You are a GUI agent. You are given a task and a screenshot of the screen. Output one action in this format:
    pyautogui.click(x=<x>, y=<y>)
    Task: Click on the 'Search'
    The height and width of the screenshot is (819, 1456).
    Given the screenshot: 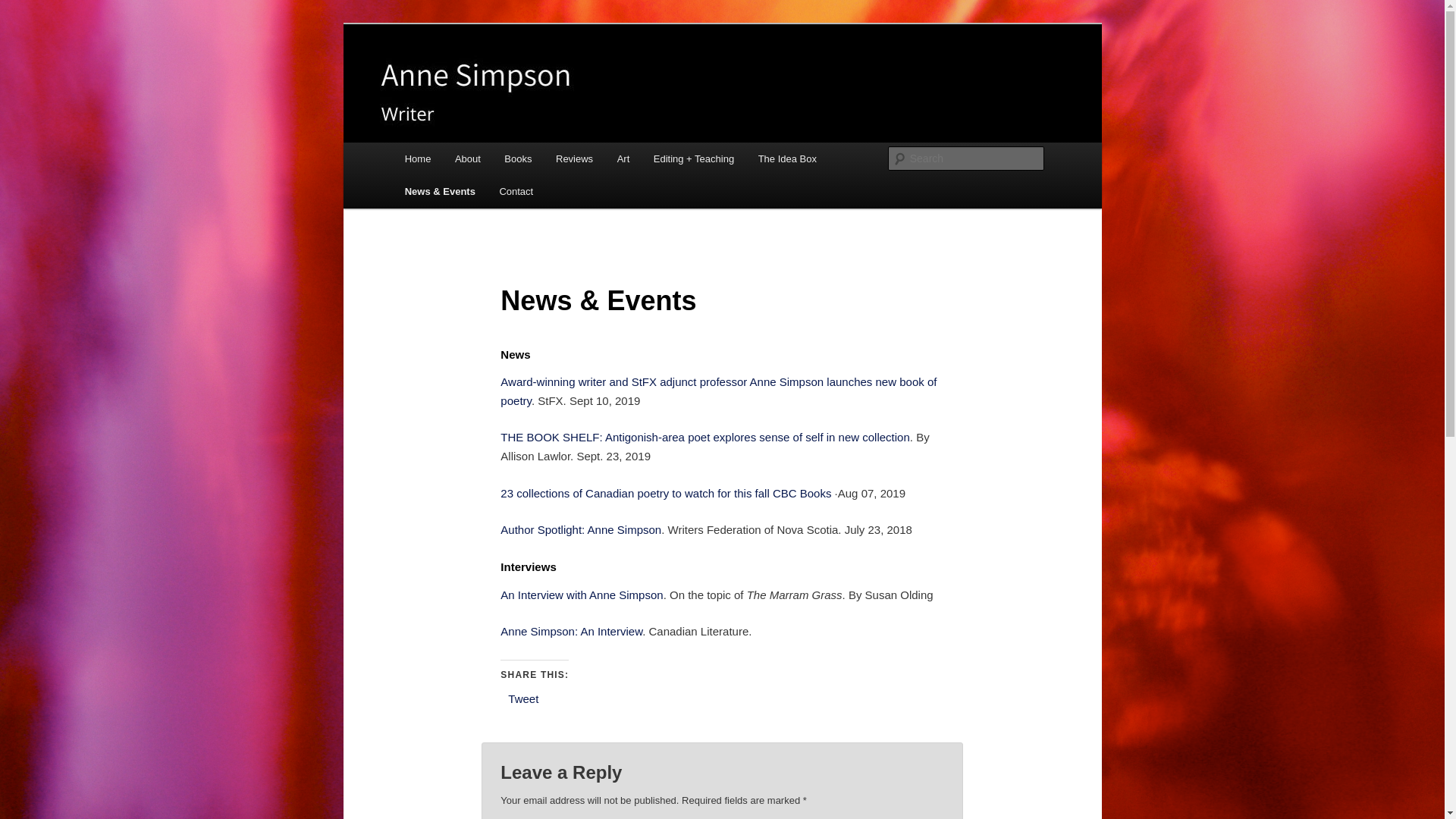 What is the action you would take?
    pyautogui.click(x=24, y=8)
    